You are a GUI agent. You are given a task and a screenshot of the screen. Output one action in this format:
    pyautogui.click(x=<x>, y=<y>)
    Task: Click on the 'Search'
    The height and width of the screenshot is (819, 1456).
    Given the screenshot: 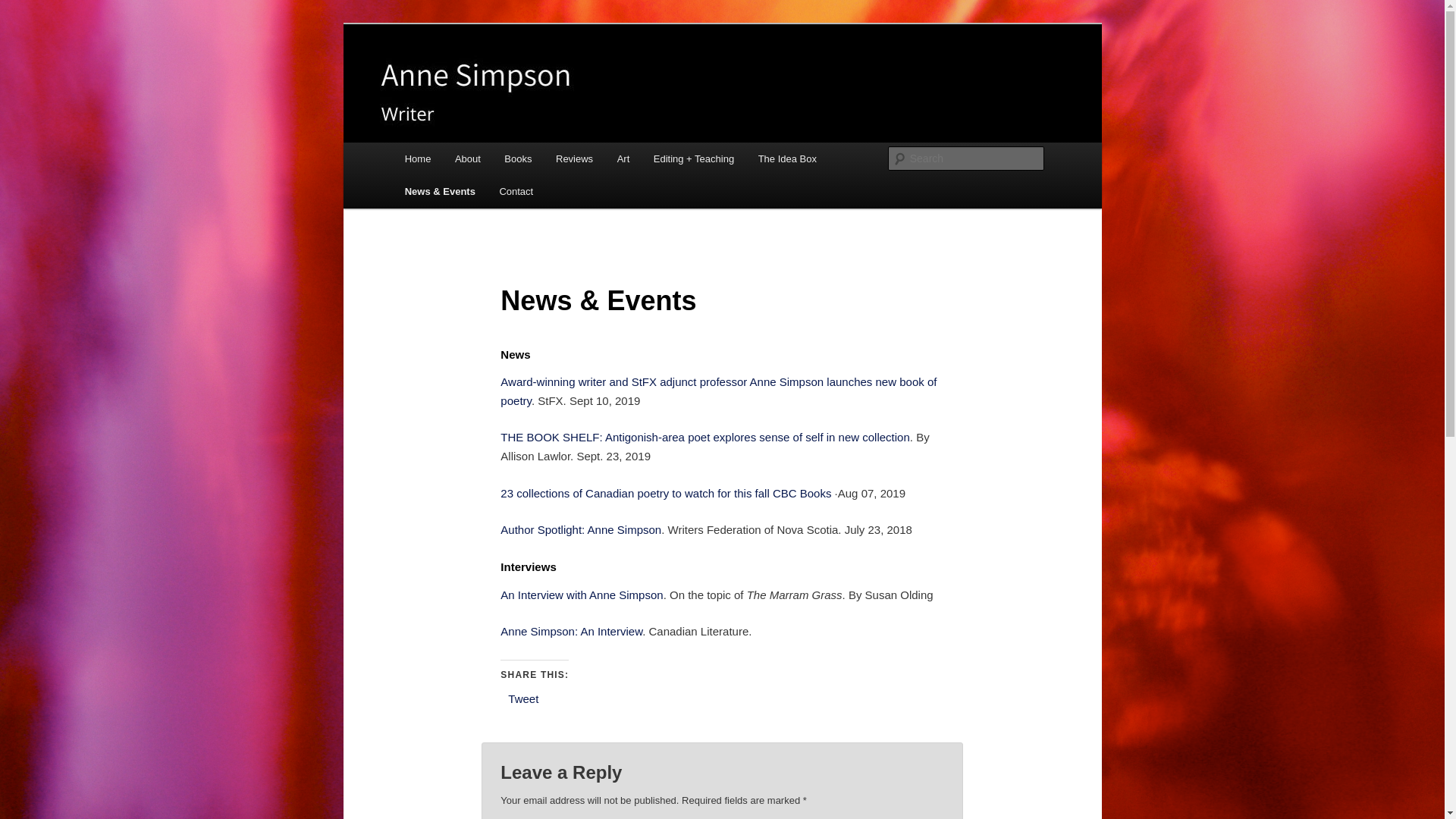 What is the action you would take?
    pyautogui.click(x=24, y=8)
    